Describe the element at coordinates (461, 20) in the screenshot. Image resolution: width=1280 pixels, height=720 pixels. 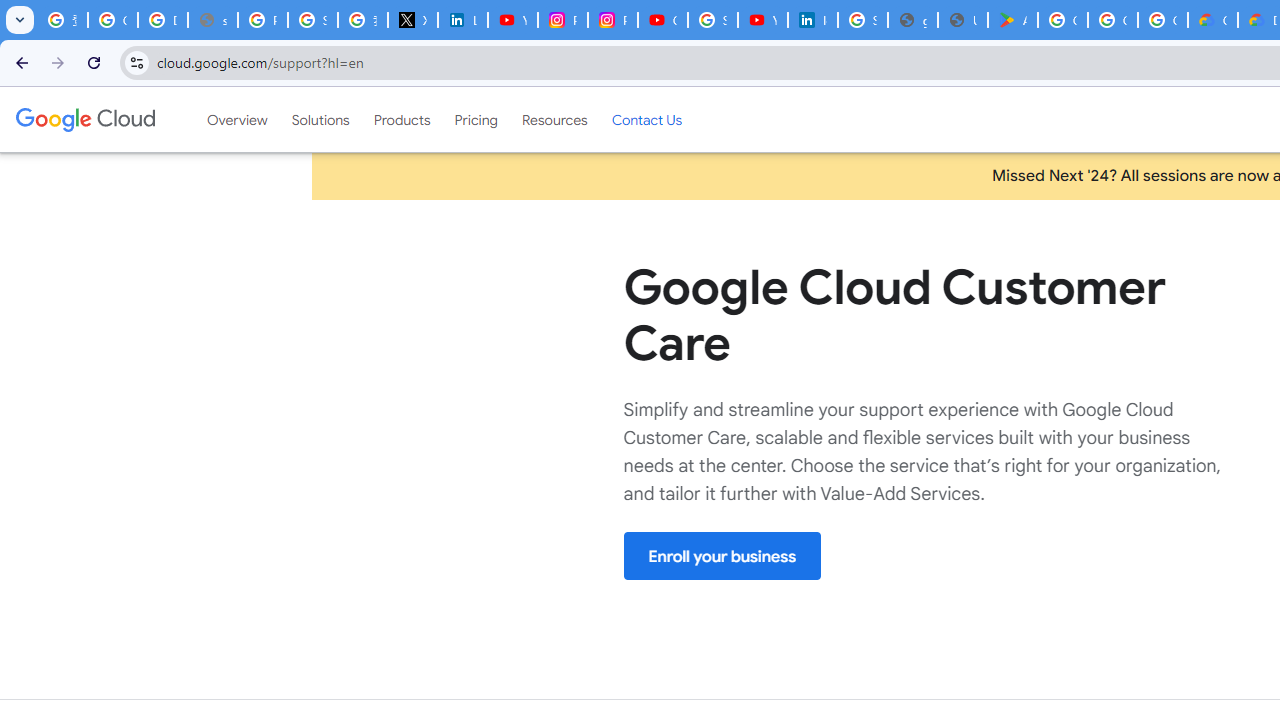
I see `'LinkedIn Privacy Policy'` at that location.